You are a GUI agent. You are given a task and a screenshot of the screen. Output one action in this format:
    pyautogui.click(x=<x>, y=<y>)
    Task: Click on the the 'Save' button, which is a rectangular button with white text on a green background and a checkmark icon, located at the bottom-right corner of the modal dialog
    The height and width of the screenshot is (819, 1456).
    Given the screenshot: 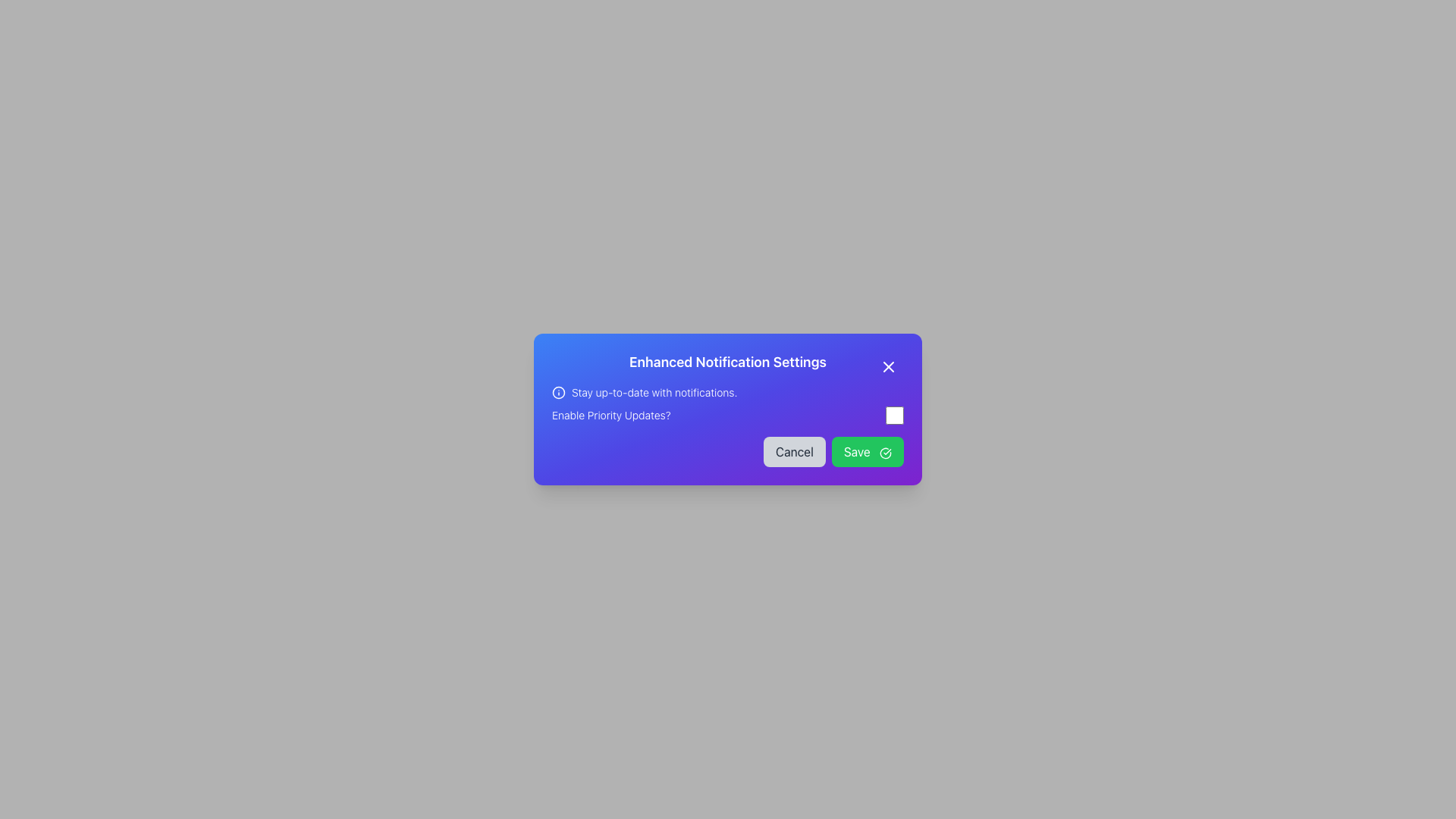 What is the action you would take?
    pyautogui.click(x=868, y=451)
    